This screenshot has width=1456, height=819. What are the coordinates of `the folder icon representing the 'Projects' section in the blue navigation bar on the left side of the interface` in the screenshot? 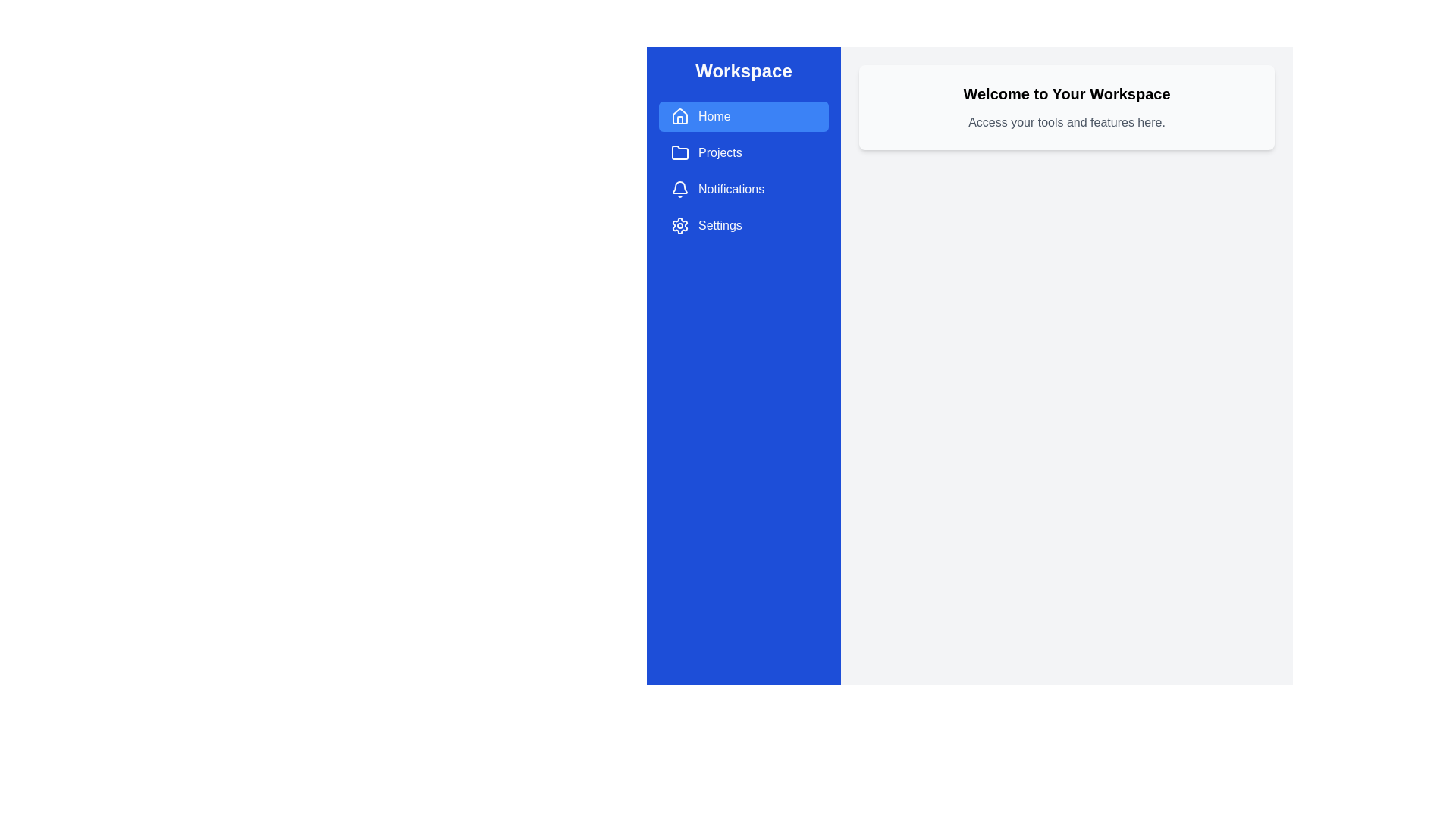 It's located at (679, 152).